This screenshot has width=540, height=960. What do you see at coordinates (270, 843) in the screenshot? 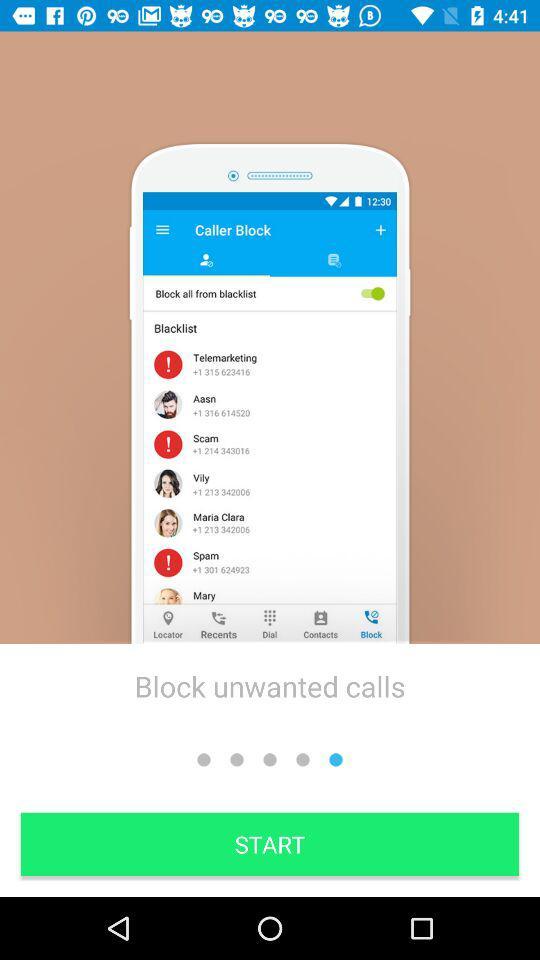
I see `the start button on the web page` at bounding box center [270, 843].